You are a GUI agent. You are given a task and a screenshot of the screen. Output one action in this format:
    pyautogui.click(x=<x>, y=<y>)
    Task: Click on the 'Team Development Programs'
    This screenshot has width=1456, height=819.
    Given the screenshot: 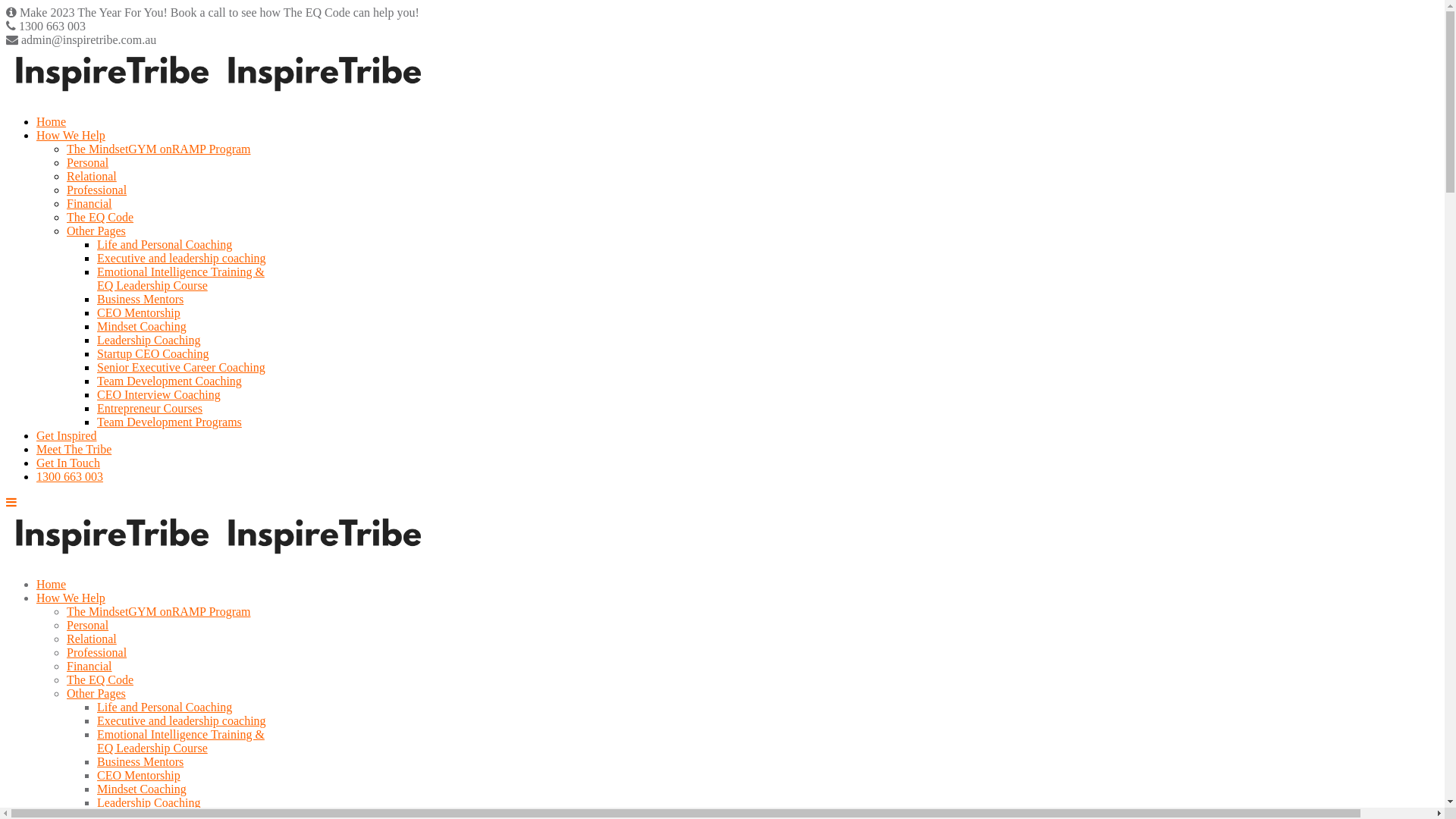 What is the action you would take?
    pyautogui.click(x=169, y=422)
    